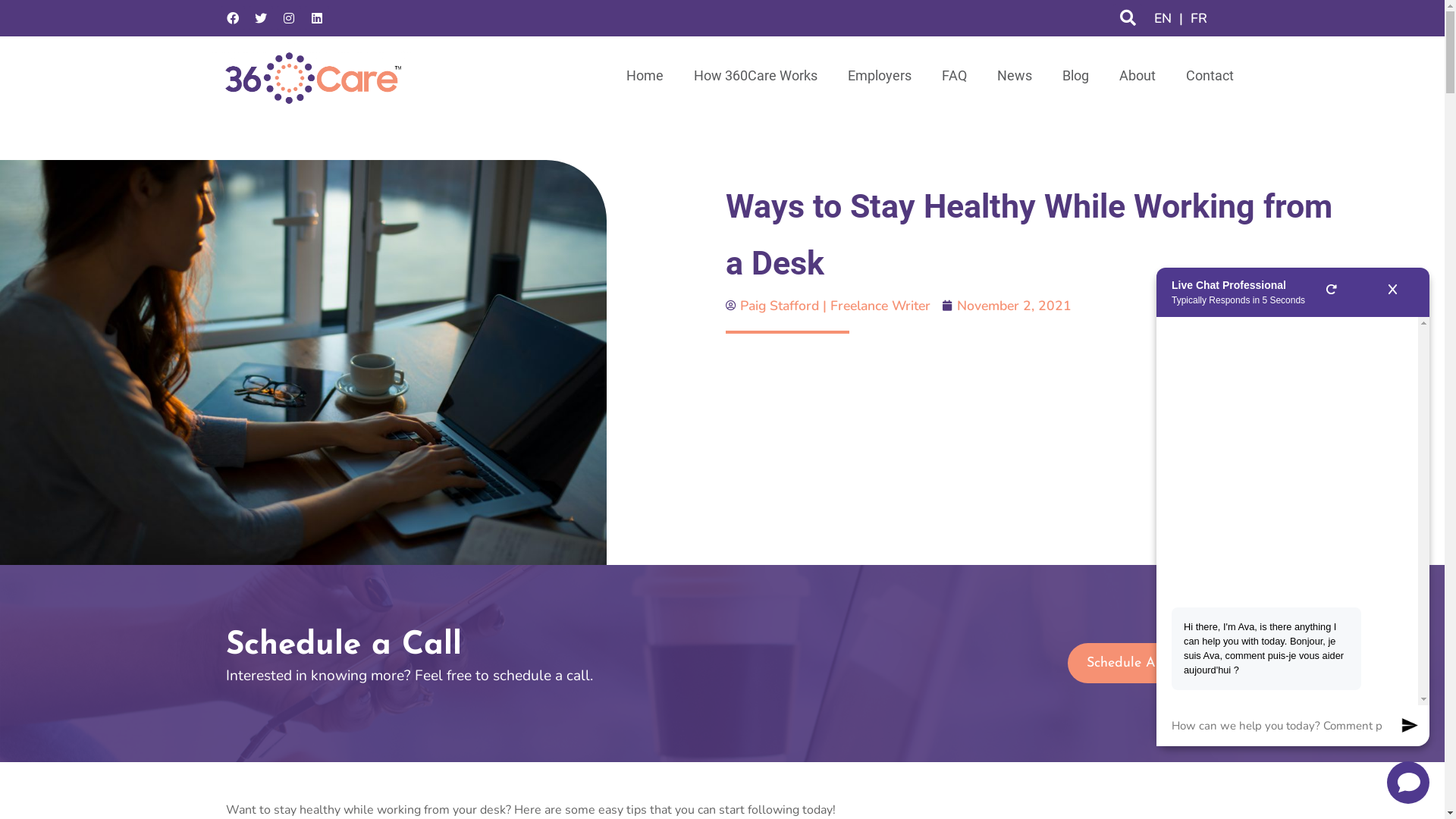 The image size is (1456, 819). I want to click on 'Contact', so click(1170, 76).